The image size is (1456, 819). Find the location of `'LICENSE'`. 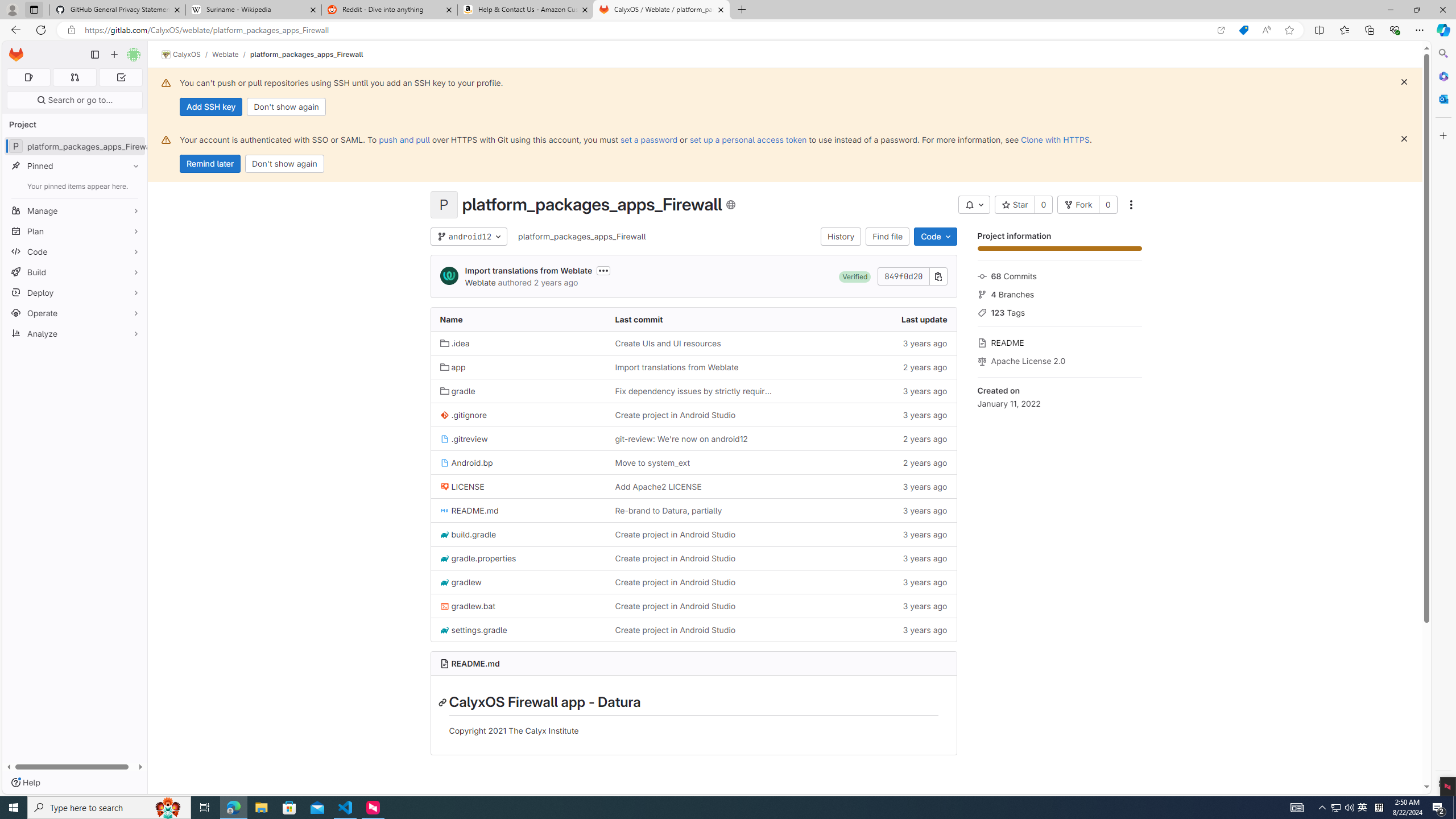

'LICENSE' is located at coordinates (518, 486).